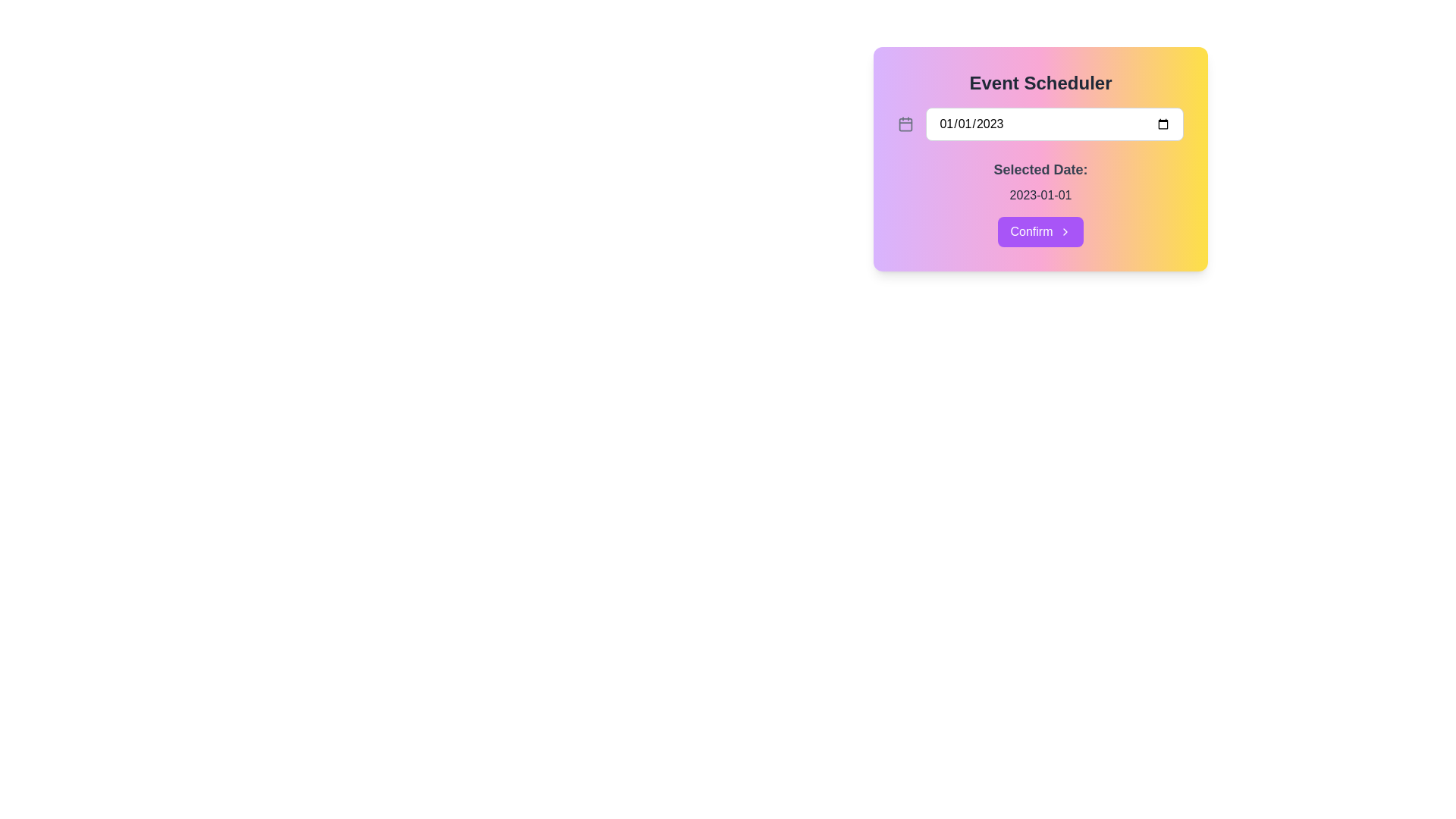 The image size is (1456, 819). I want to click on the icon located to the far right of the 'Confirm' button, which indicates action or progression upon activation, so click(1064, 231).